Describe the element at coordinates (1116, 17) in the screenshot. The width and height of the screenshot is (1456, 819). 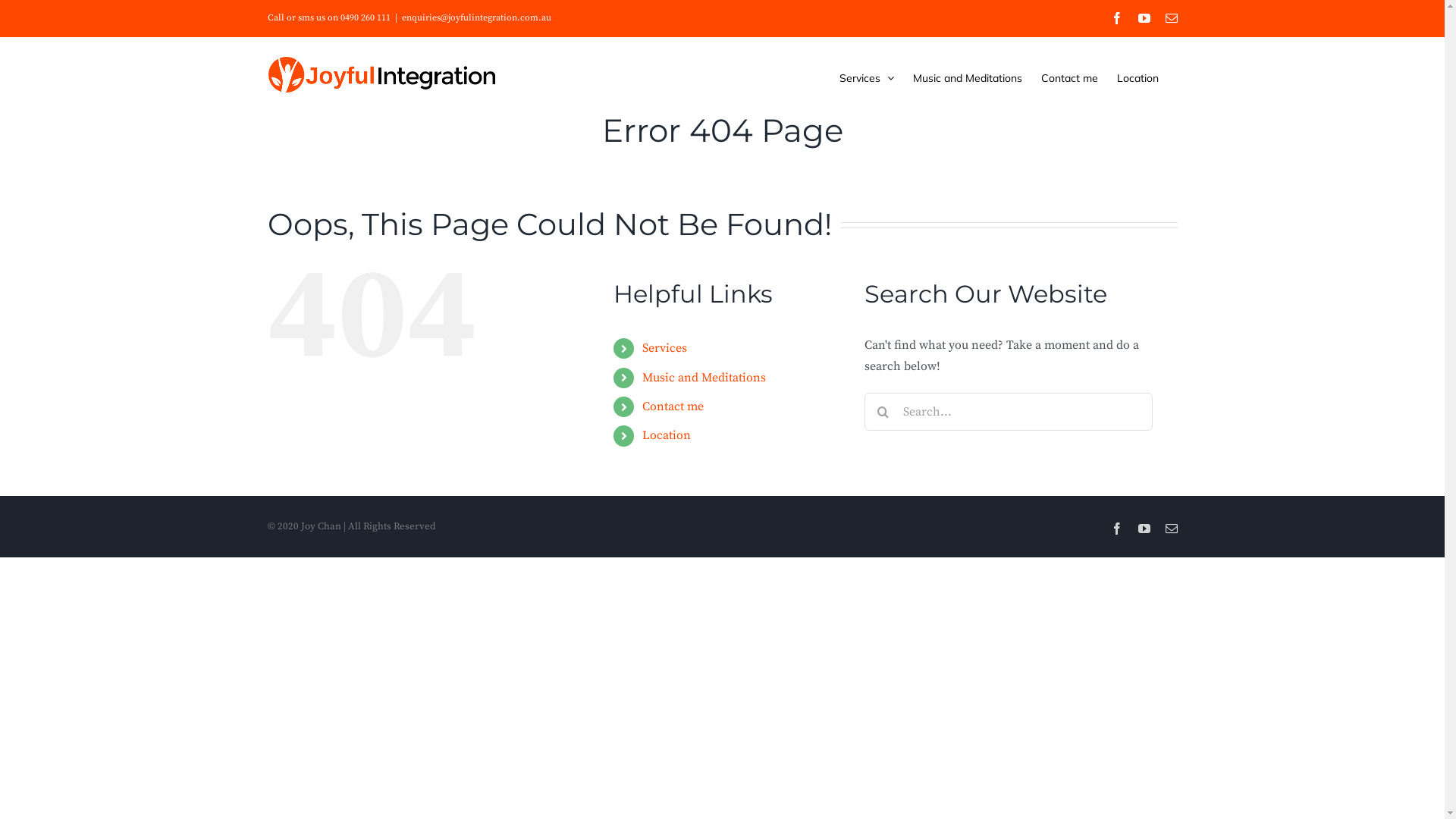
I see `'Facebook'` at that location.